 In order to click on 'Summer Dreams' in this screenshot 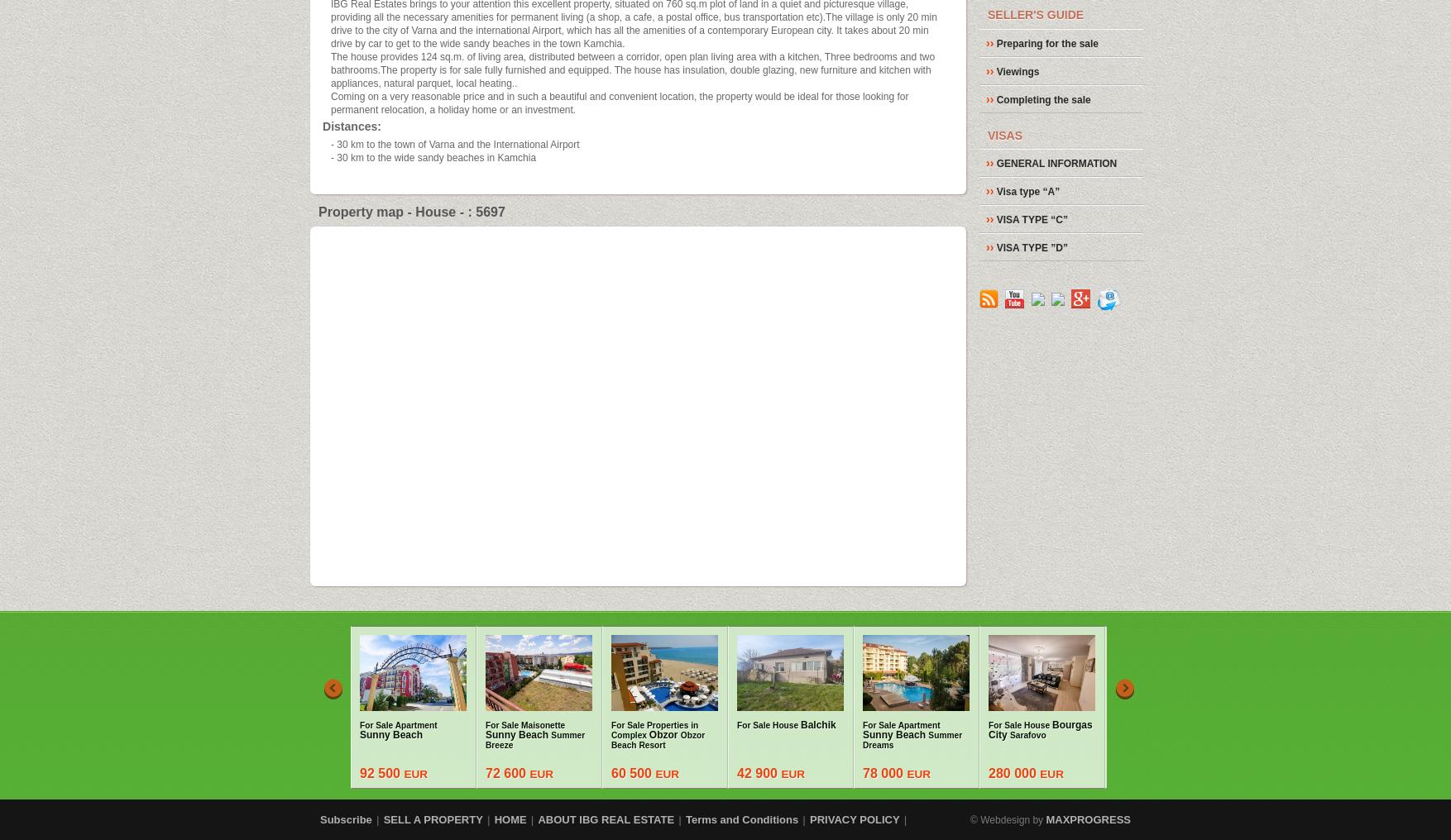, I will do `click(912, 739)`.